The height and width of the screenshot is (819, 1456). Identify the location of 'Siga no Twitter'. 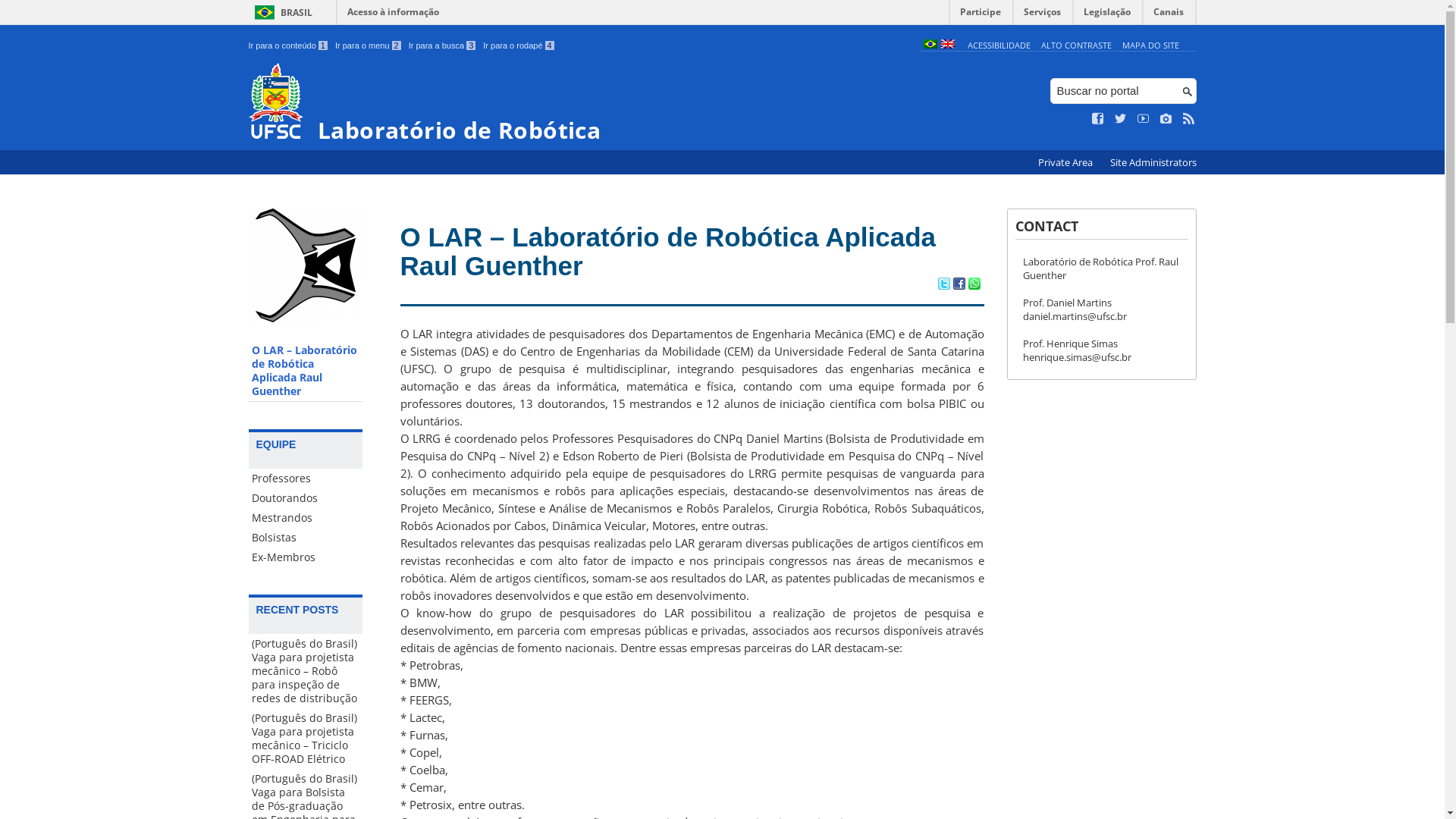
(1114, 118).